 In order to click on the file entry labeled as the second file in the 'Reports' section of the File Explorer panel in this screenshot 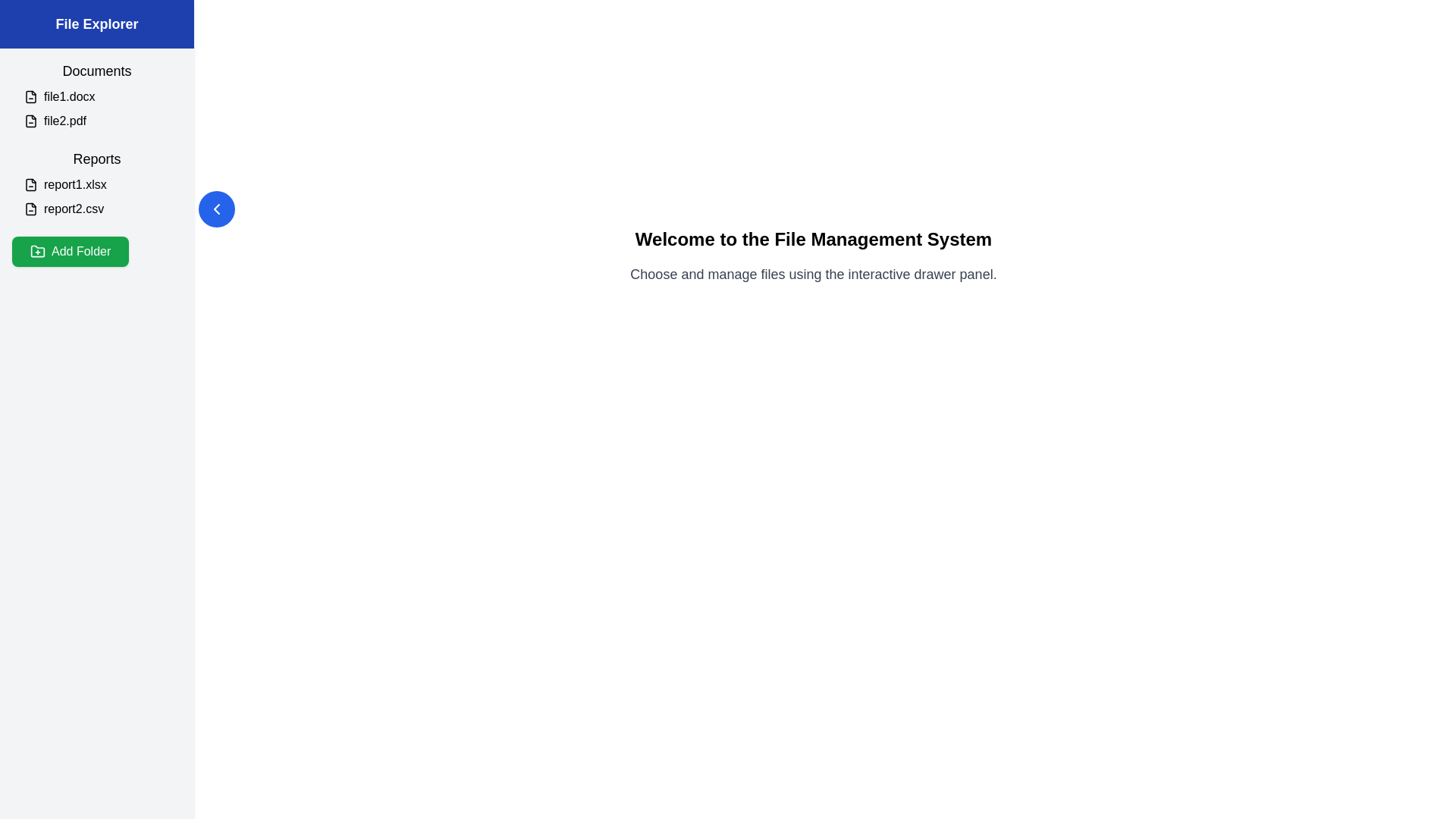, I will do `click(102, 209)`.